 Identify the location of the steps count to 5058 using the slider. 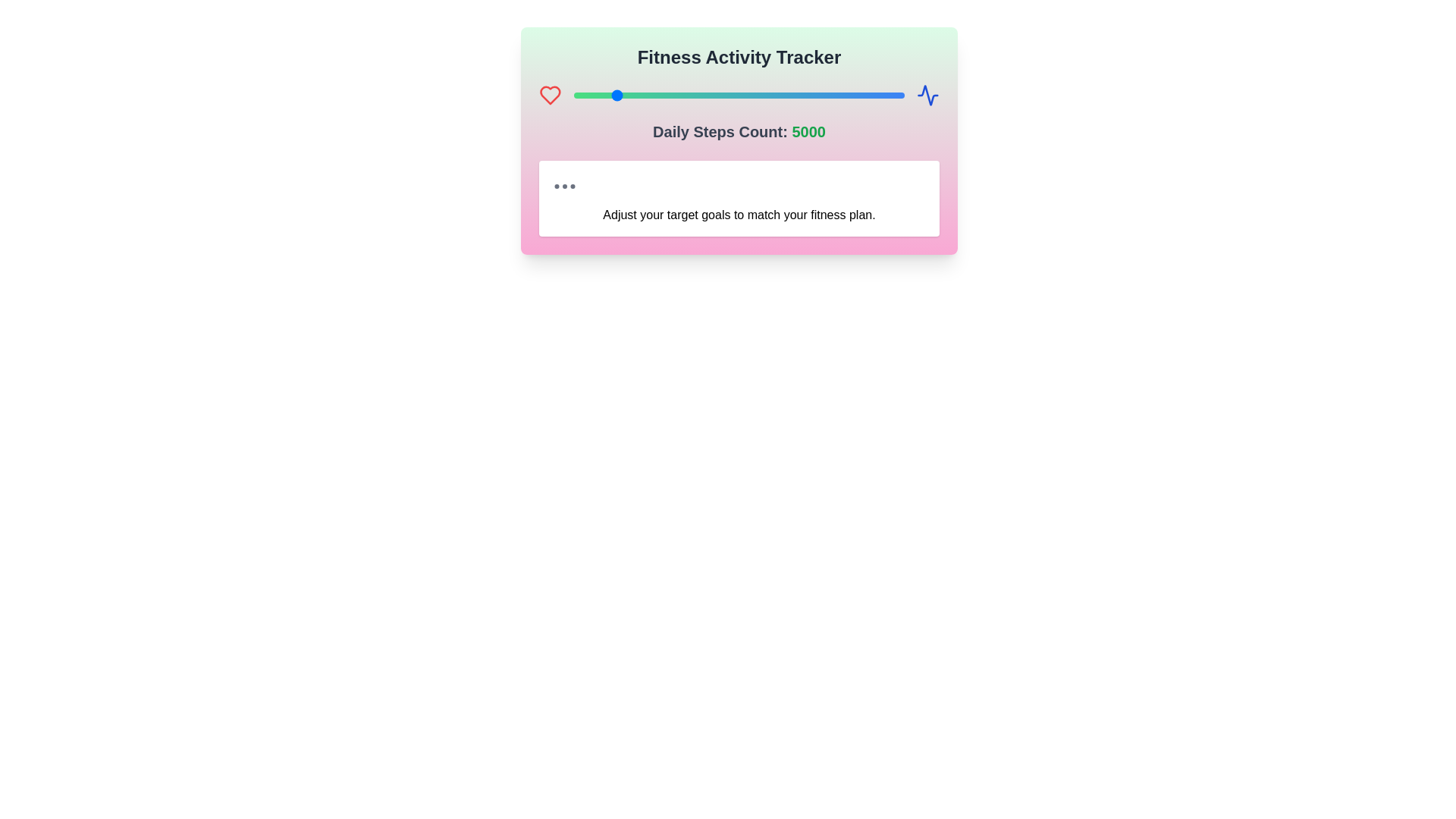
(613, 96).